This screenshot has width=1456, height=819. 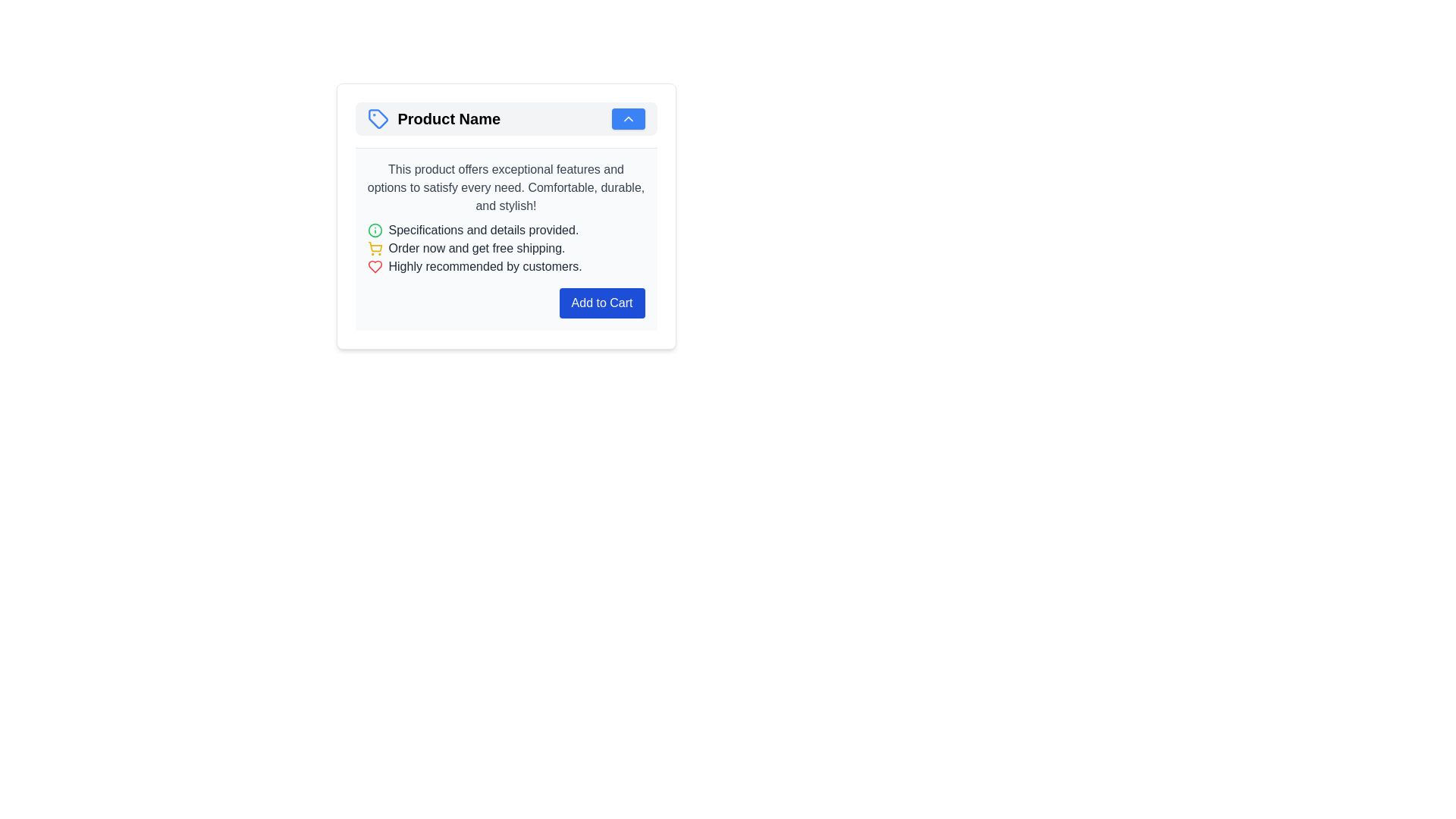 What do you see at coordinates (475, 247) in the screenshot?
I see `the promotional offer text located under the product description section, positioned as the second item in a list of bullet points, for copying` at bounding box center [475, 247].